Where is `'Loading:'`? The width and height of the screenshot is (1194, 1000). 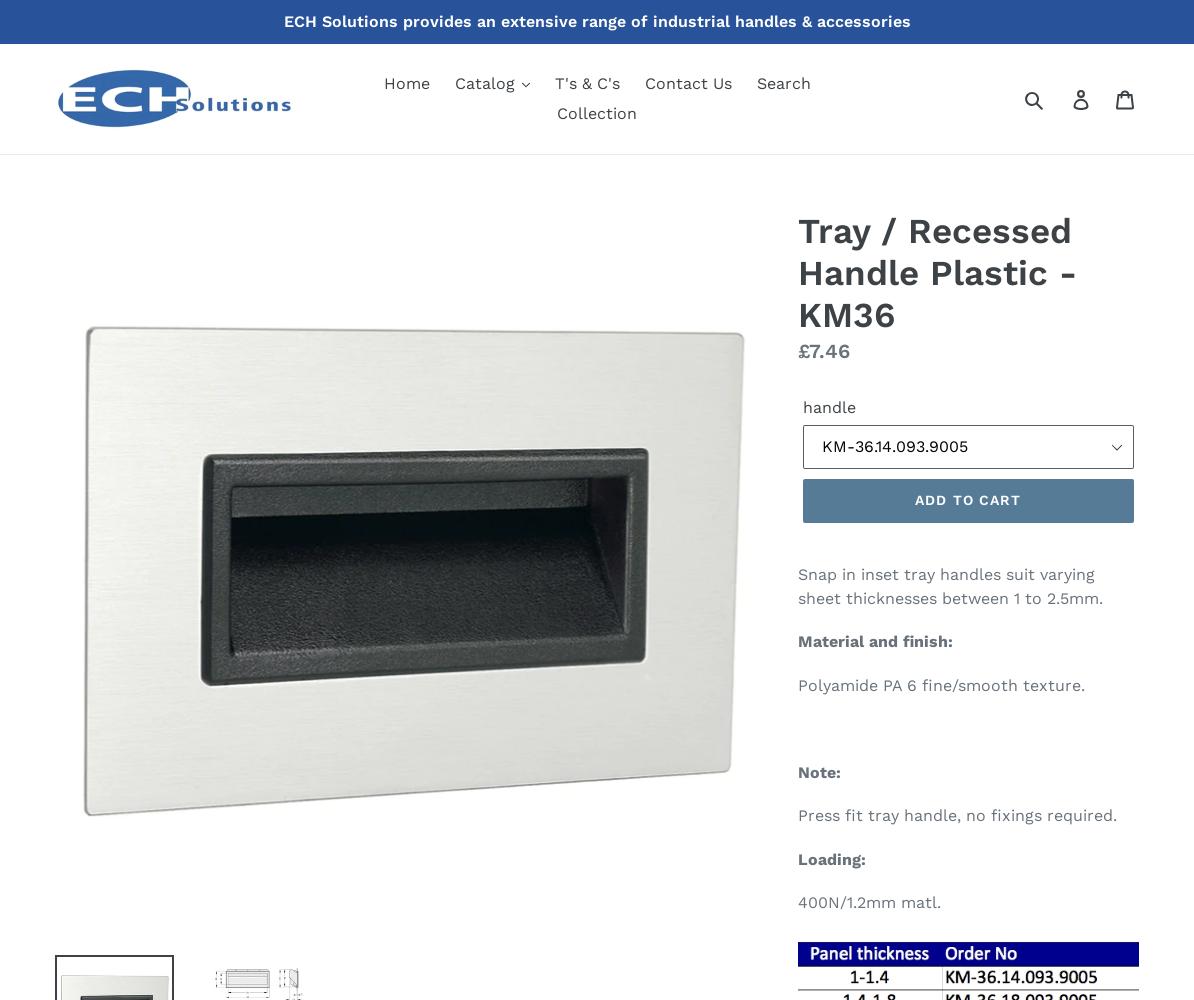
'Loading:' is located at coordinates (795, 857).